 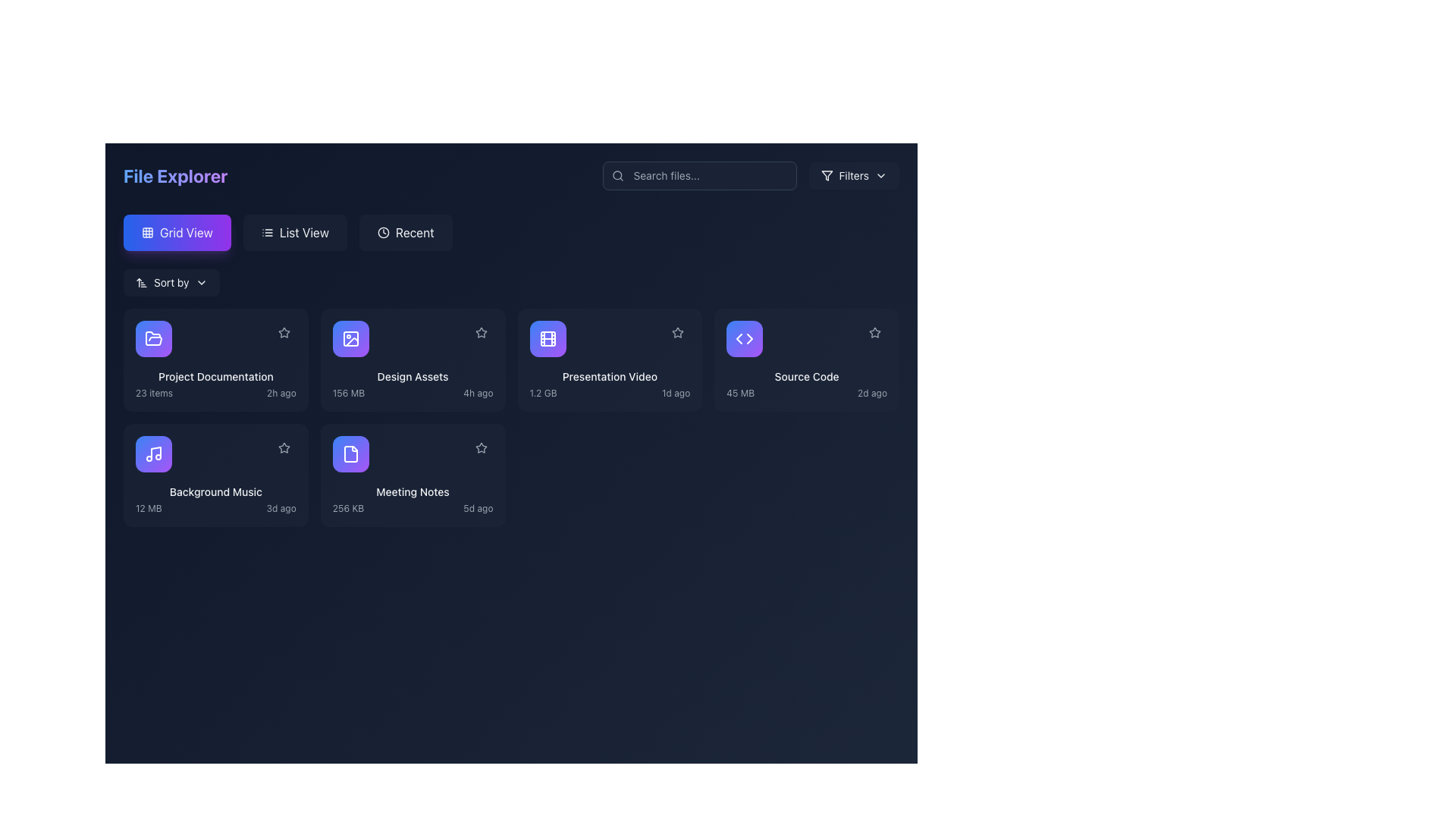 I want to click on the vertical part of the musical note icon, which is integrated into the 'Background Music' card located in the second grid row, first column, so click(x=156, y=452).